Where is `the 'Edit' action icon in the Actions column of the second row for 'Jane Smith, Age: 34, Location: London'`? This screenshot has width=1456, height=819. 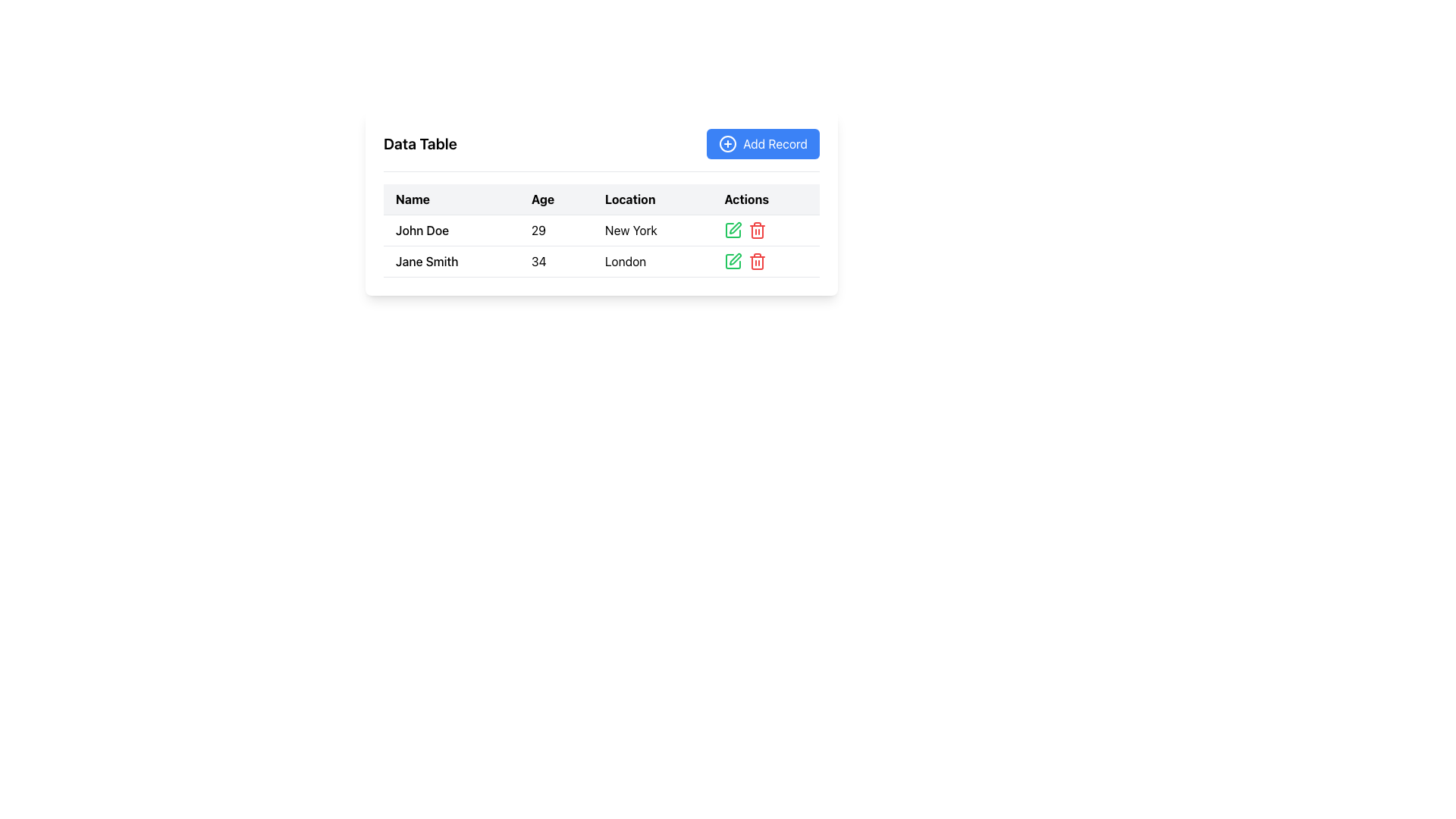 the 'Edit' action icon in the Actions column of the second row for 'Jane Smith, Age: 34, Location: London' is located at coordinates (736, 227).